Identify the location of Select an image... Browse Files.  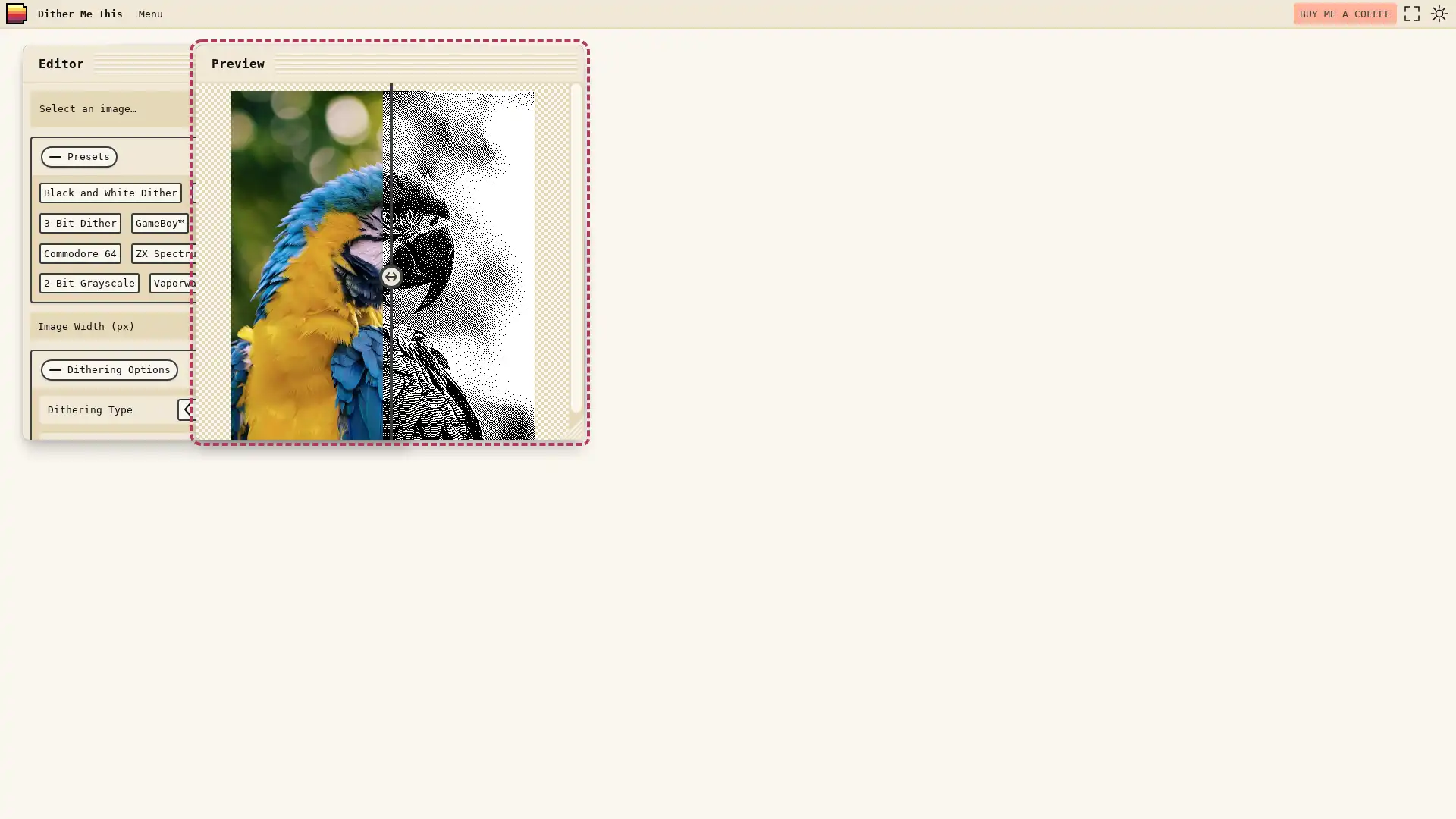
(223, 108).